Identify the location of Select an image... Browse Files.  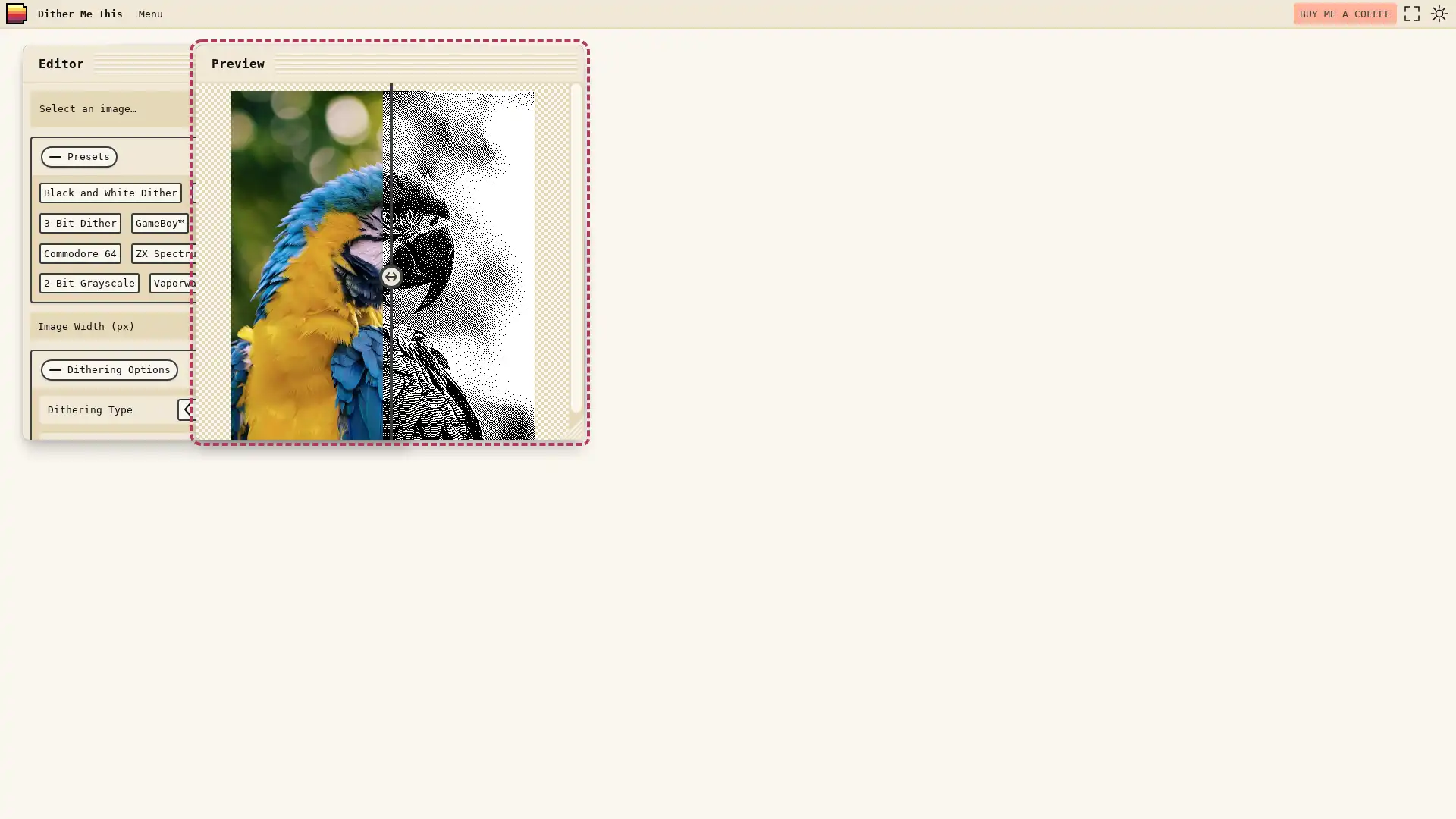
(223, 108).